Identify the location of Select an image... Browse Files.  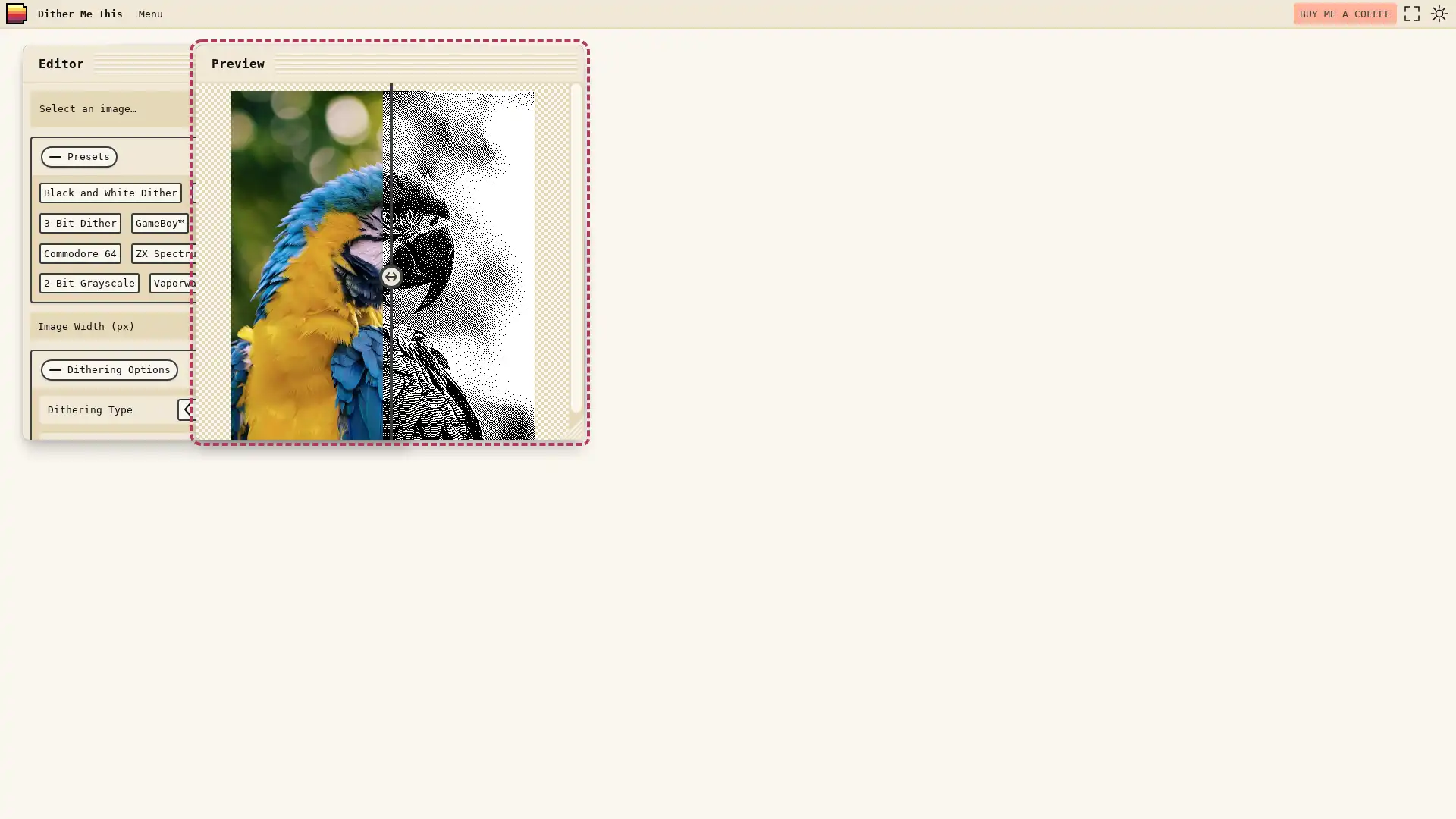
(223, 108).